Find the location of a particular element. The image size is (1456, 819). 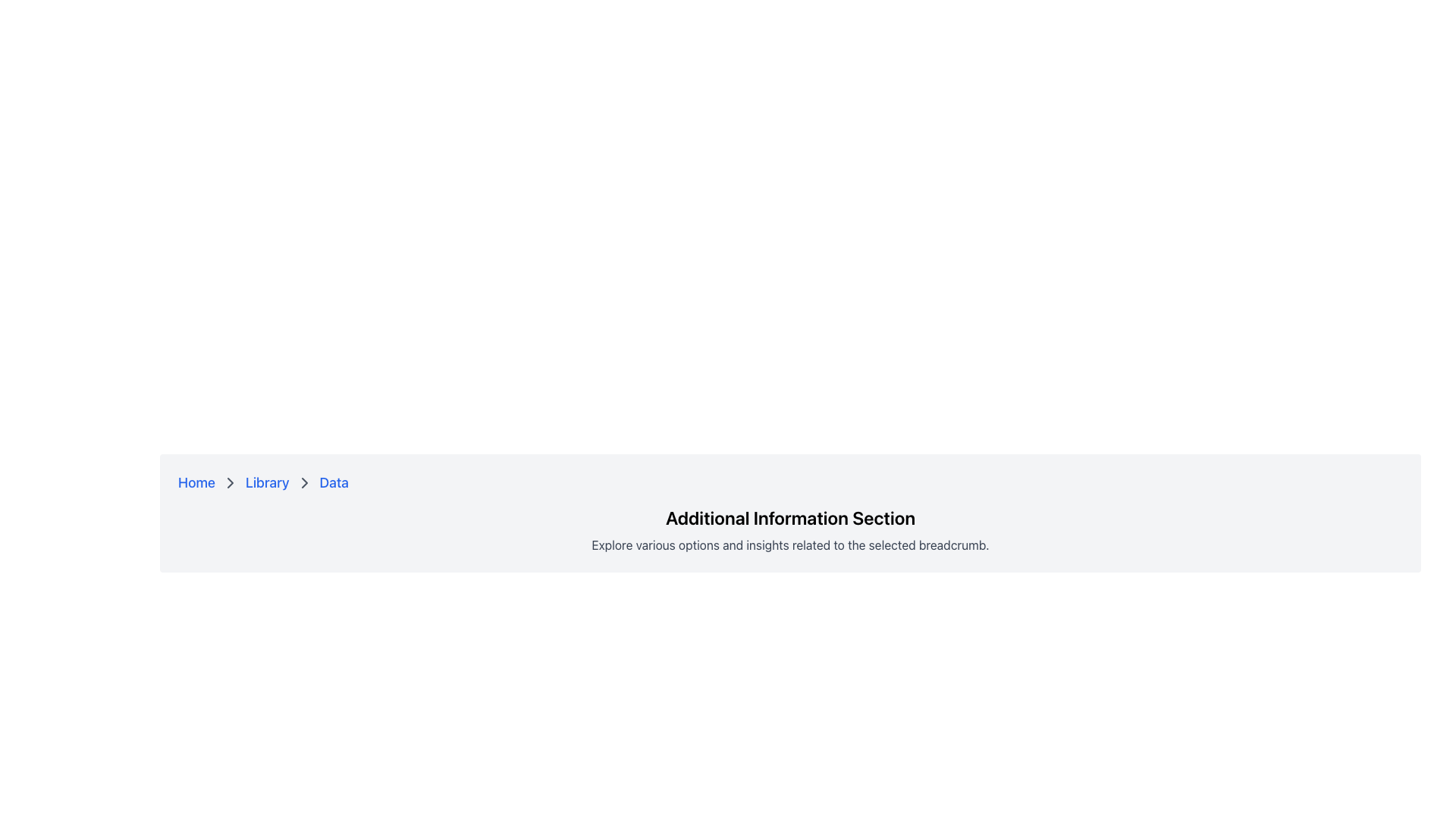

the Text block with a heading and a subheading that provides a description for further detailed information, located under the breadcrumb navigation section is located at coordinates (789, 529).